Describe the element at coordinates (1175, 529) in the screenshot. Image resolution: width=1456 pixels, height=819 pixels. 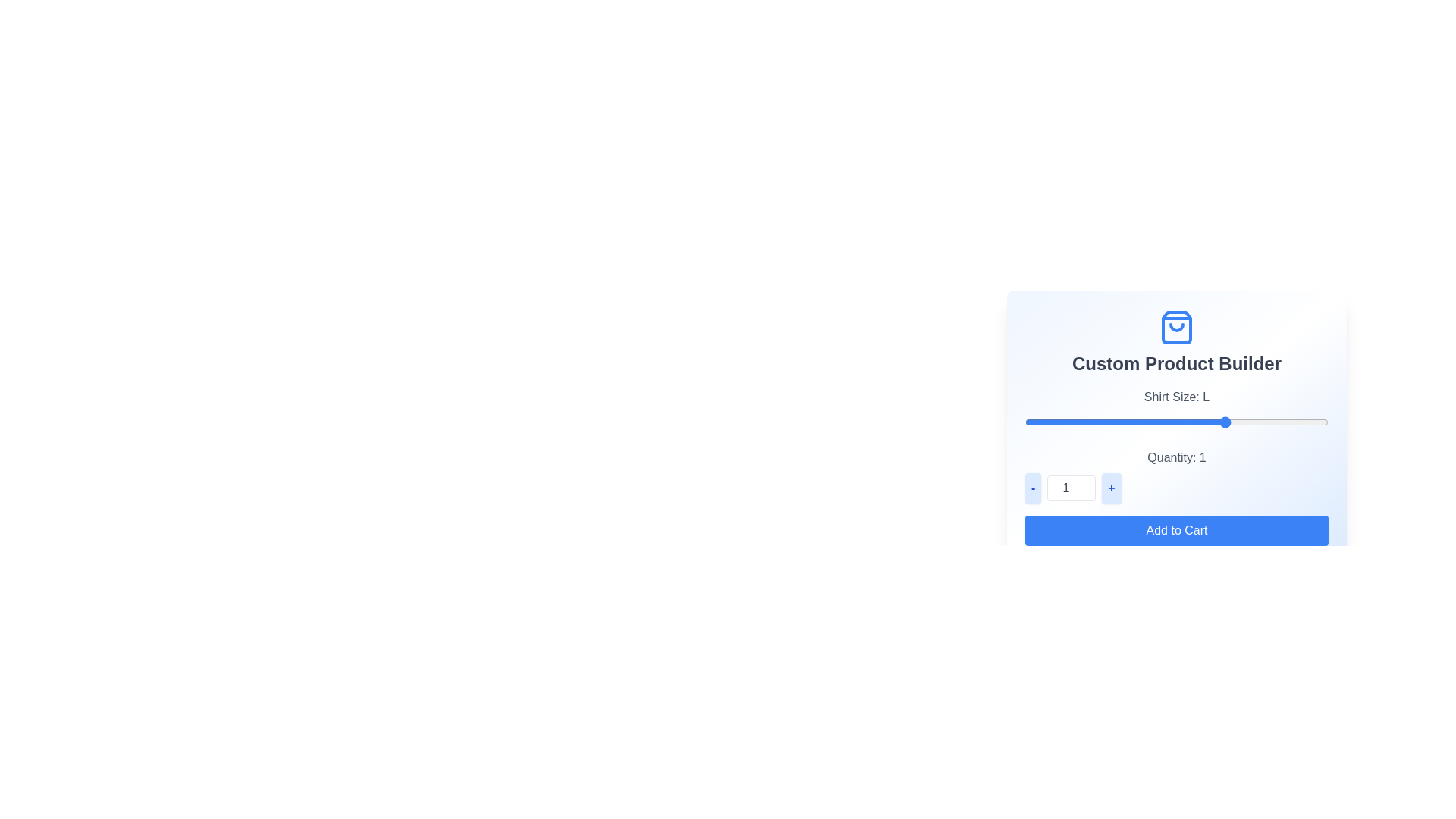
I see `the 'Add to Cart' button, which is a blue rectangular button with white text and rounded corners, located at the bottom of the 'Custom Product Builder' section` at that location.